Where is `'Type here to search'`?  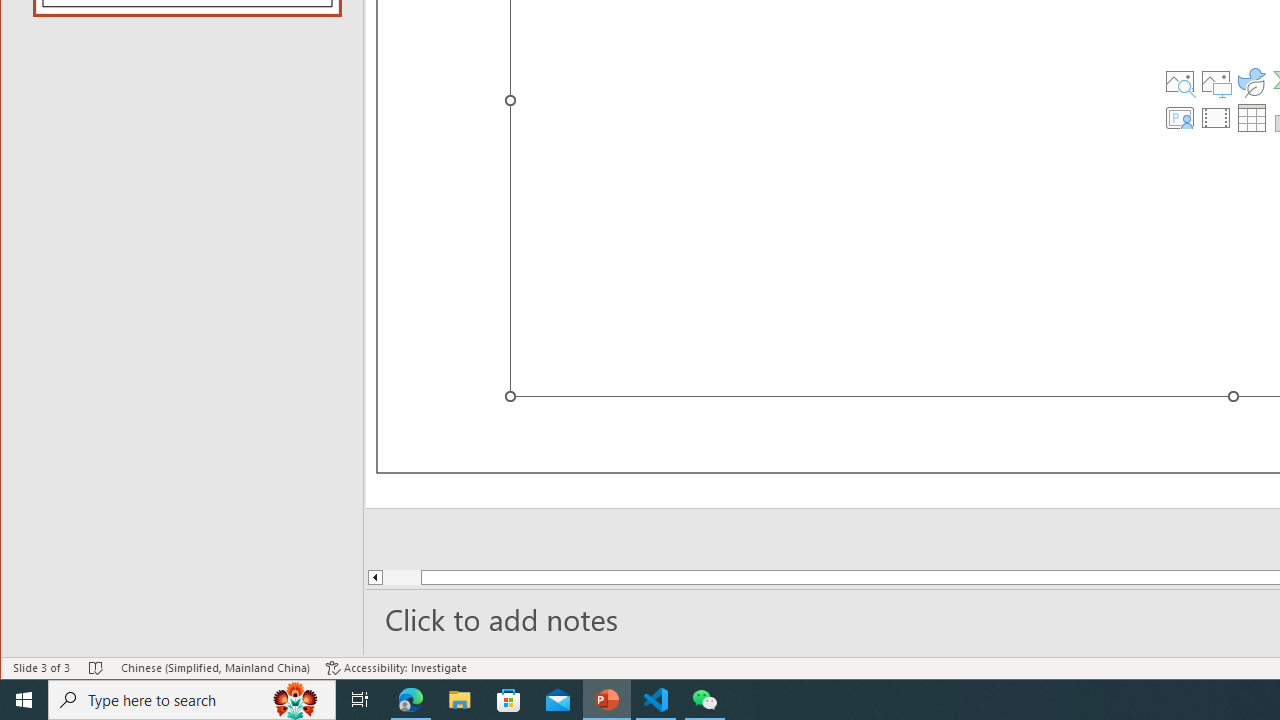 'Type here to search' is located at coordinates (192, 698).